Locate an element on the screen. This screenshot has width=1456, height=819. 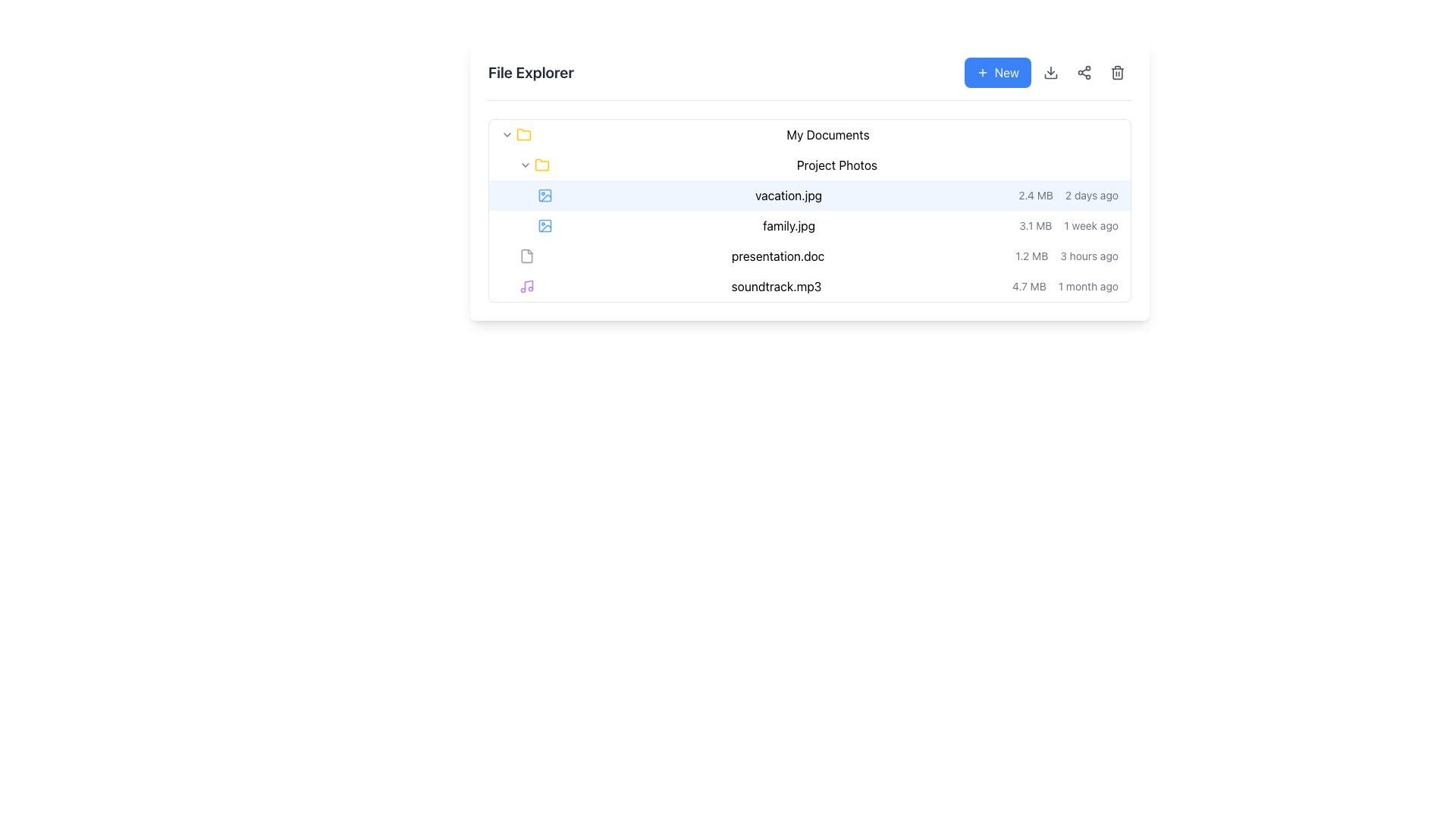
the static text label displaying the file size of 'vacation.jpg', located between the filename and the timestamp is located at coordinates (1035, 195).